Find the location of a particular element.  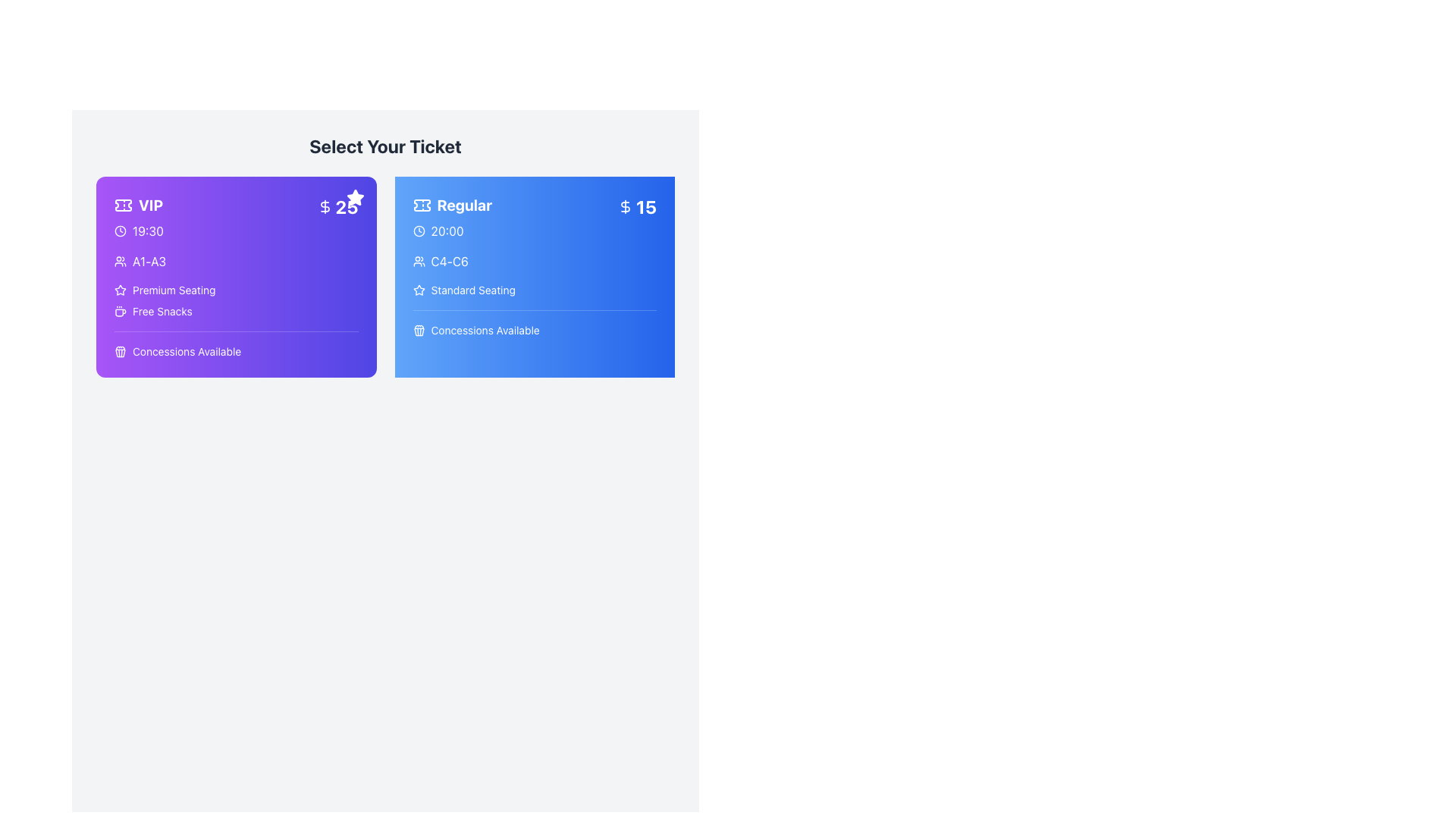

text content of the 'C4-C6' label located within the 'Regular' ticket option, positioned below the time (20:00) and above the 'Standard Seating' label is located at coordinates (449, 260).